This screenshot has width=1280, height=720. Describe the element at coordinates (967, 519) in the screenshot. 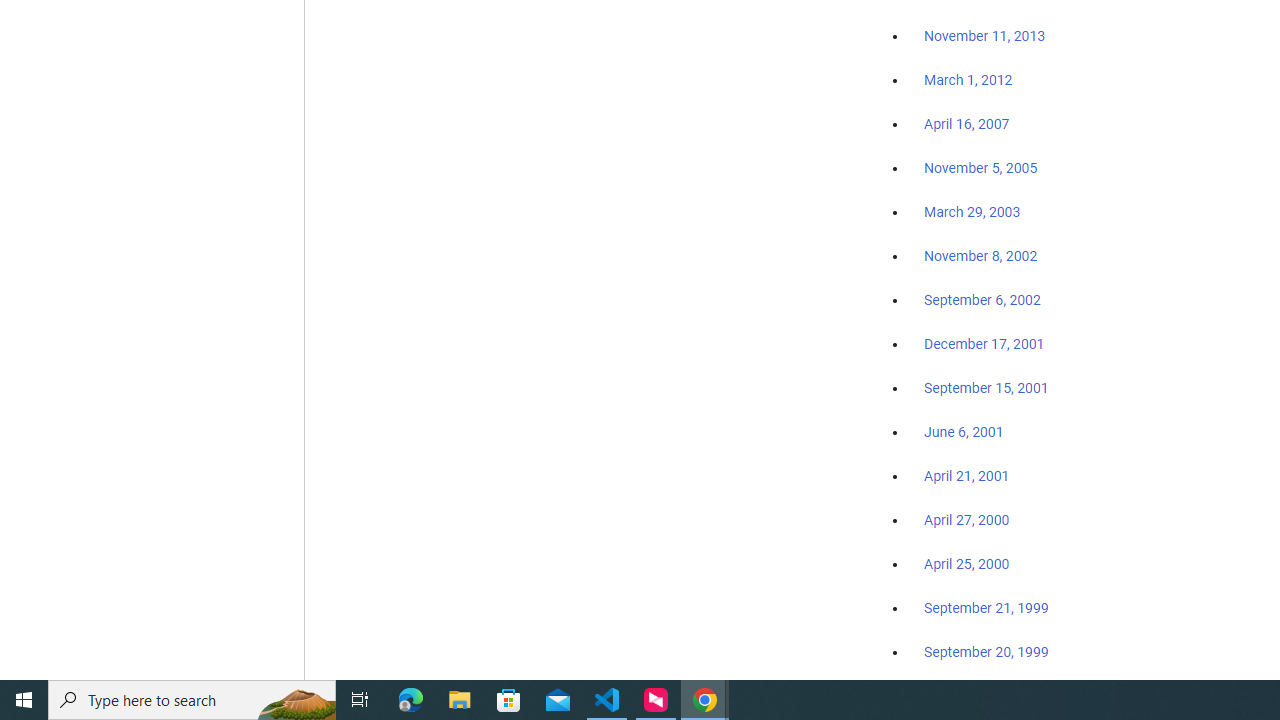

I see `'April 27, 2000'` at that location.